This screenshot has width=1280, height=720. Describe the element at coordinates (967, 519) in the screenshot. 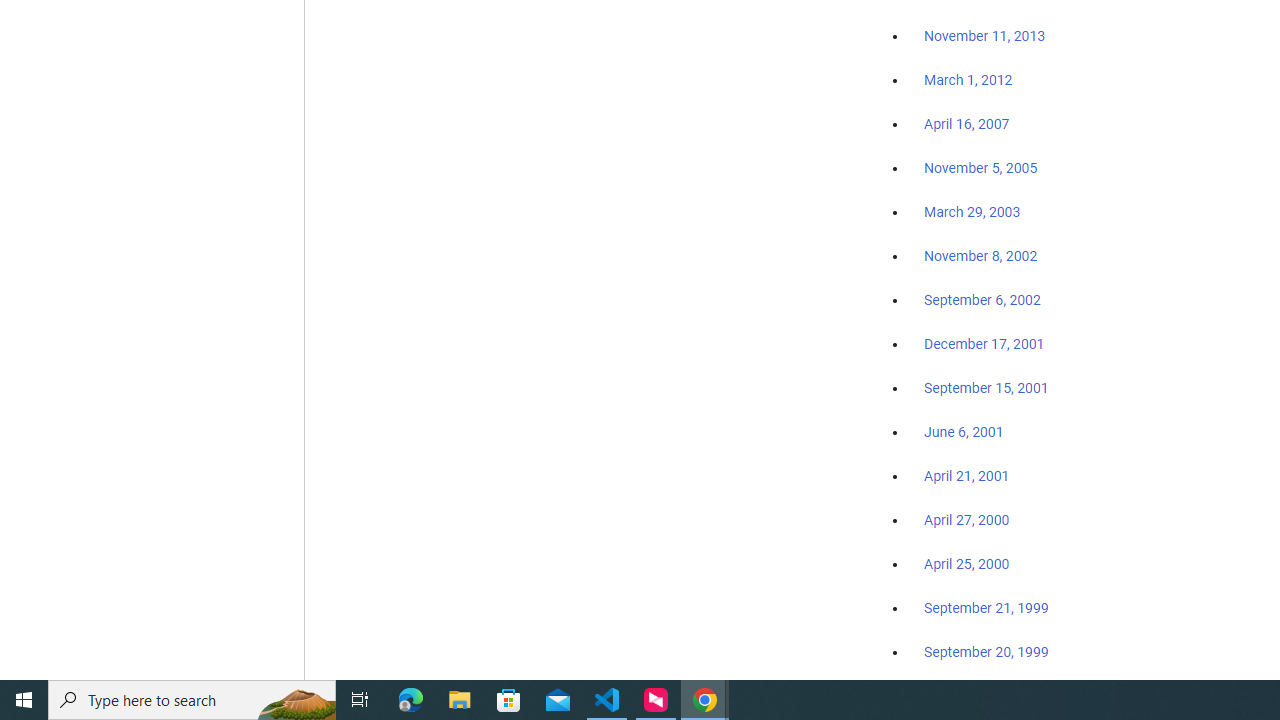

I see `'April 27, 2000'` at that location.